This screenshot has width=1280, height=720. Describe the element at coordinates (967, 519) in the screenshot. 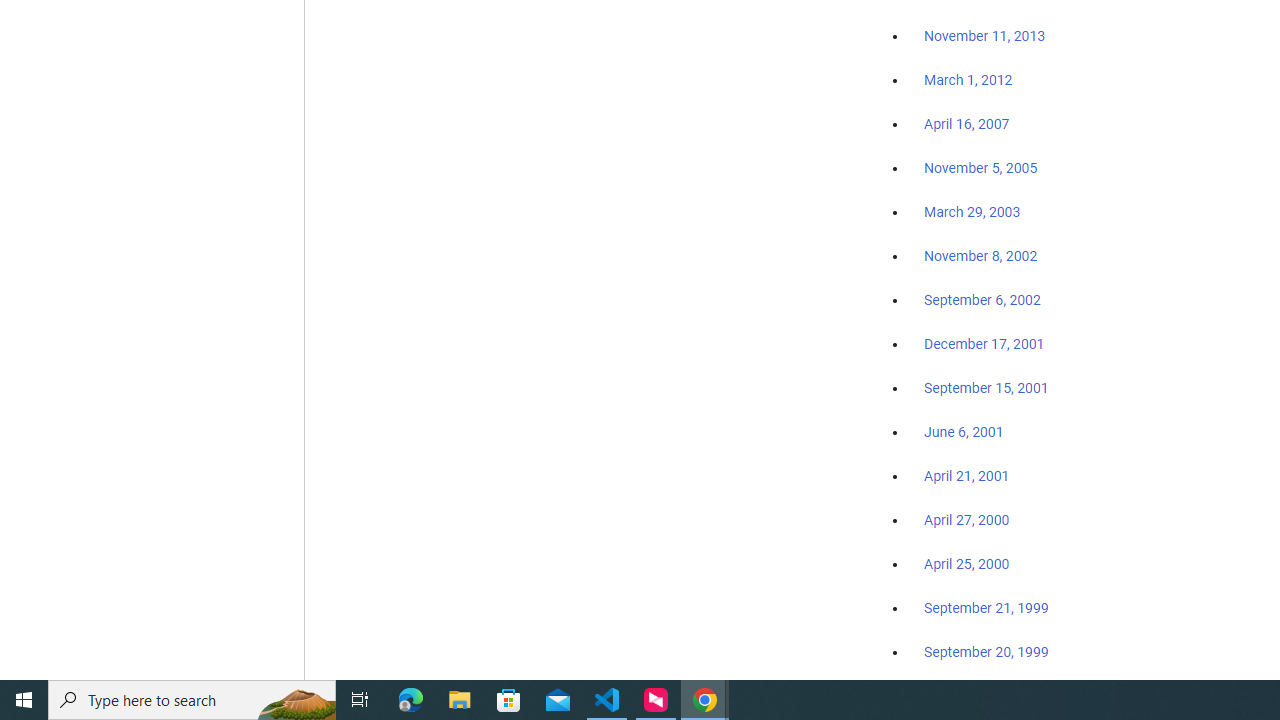

I see `'April 27, 2000'` at that location.